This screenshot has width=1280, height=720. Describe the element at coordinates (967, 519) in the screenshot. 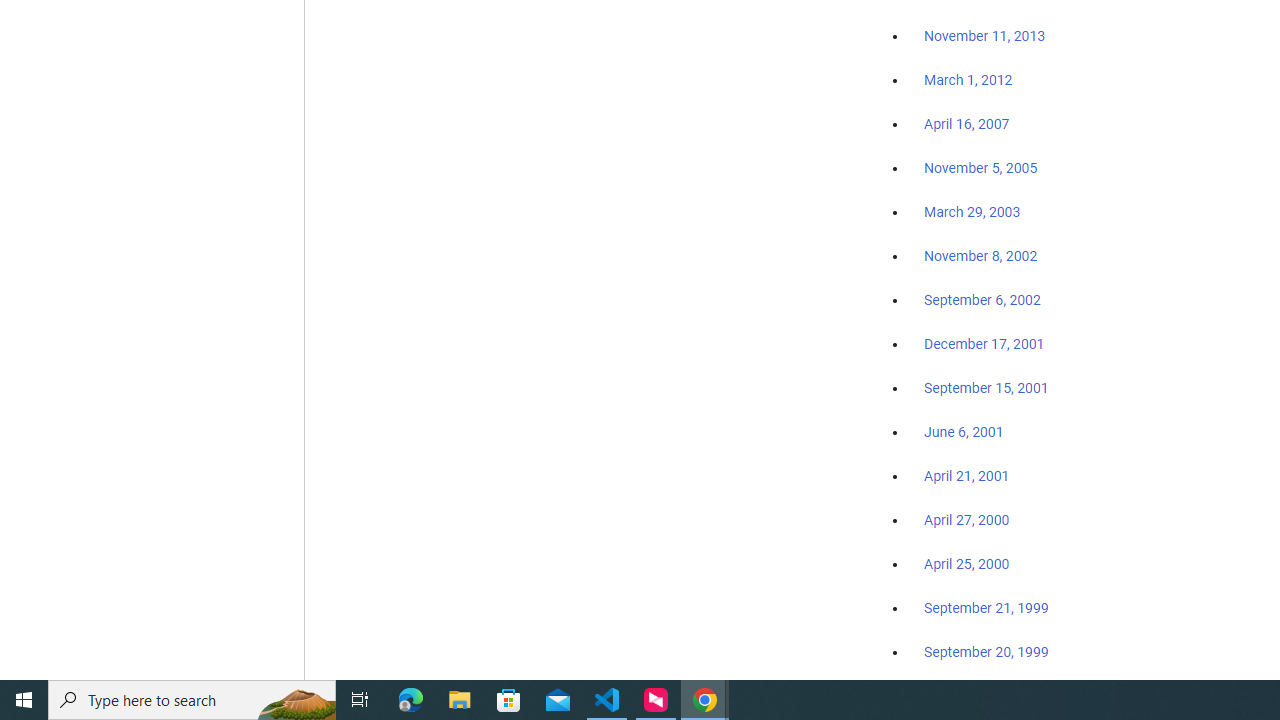

I see `'April 27, 2000'` at that location.